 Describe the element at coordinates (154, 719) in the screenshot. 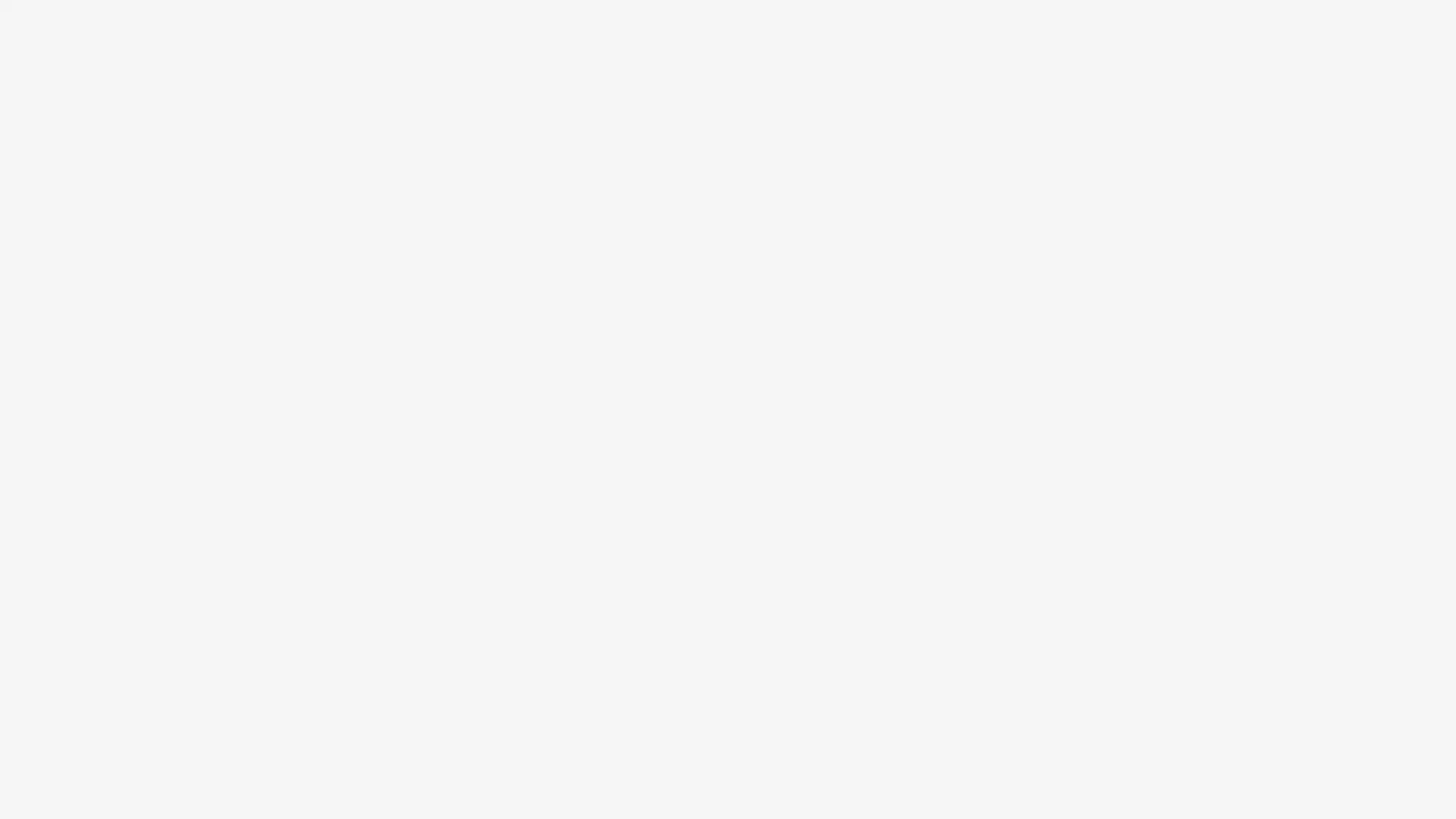

I see `Got It` at that location.